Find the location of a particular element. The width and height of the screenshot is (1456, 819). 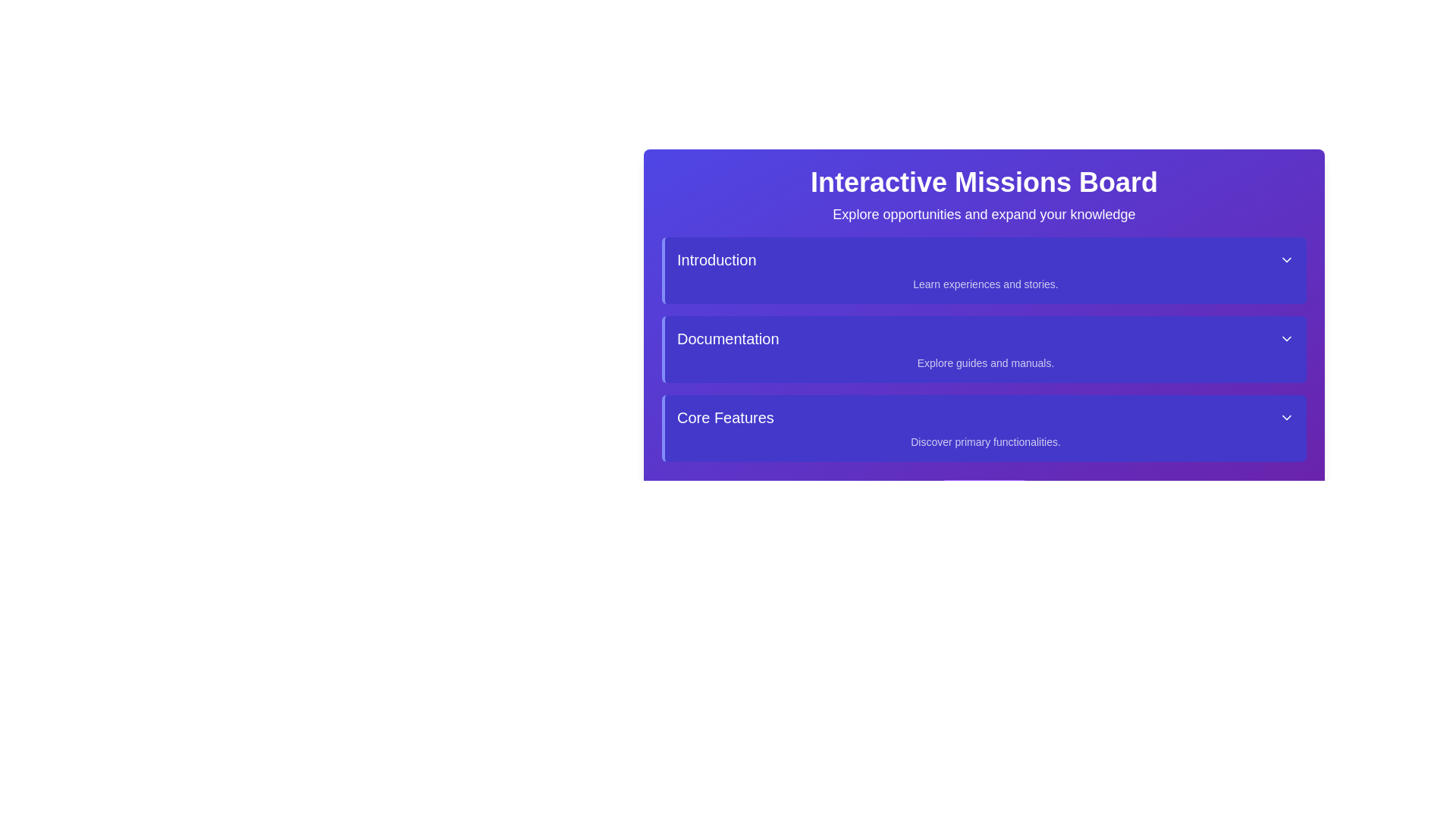

the text label displaying the word 'Introduction' with a medium font size and extra-large styling, located within a purple background box is located at coordinates (716, 259).